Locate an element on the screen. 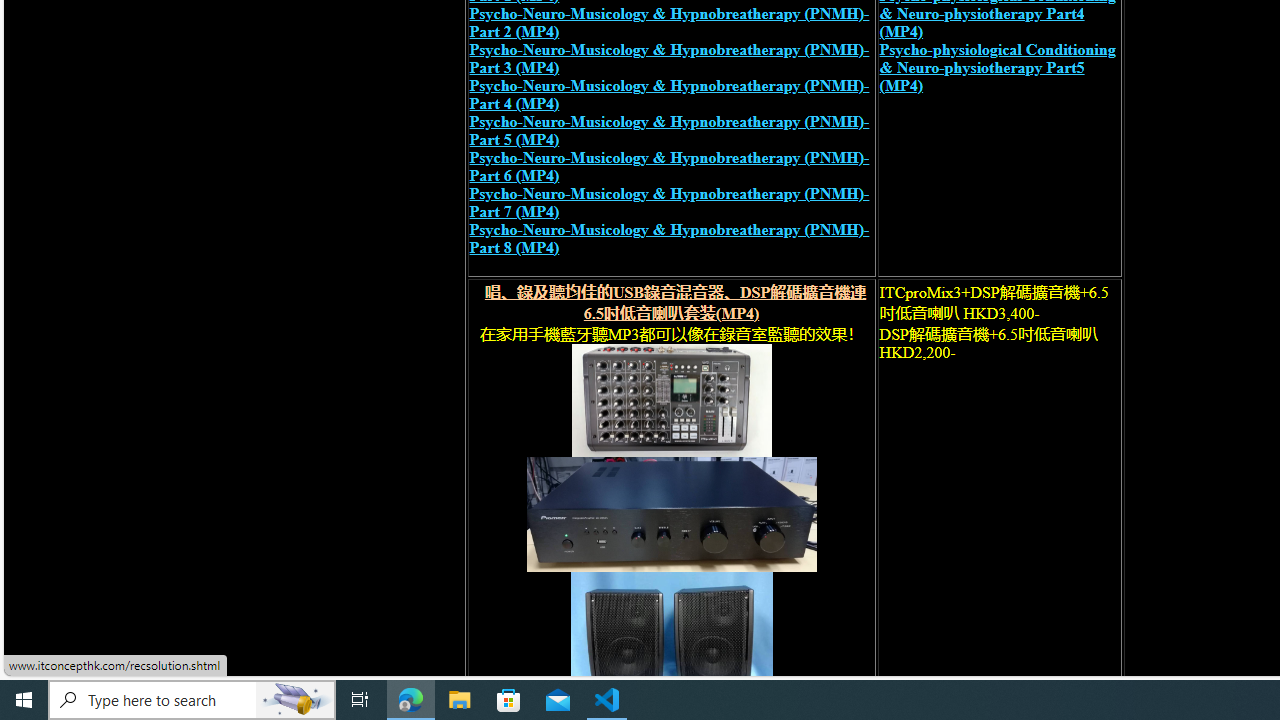 The image size is (1280, 720). 'recording mixer' is located at coordinates (671, 400).